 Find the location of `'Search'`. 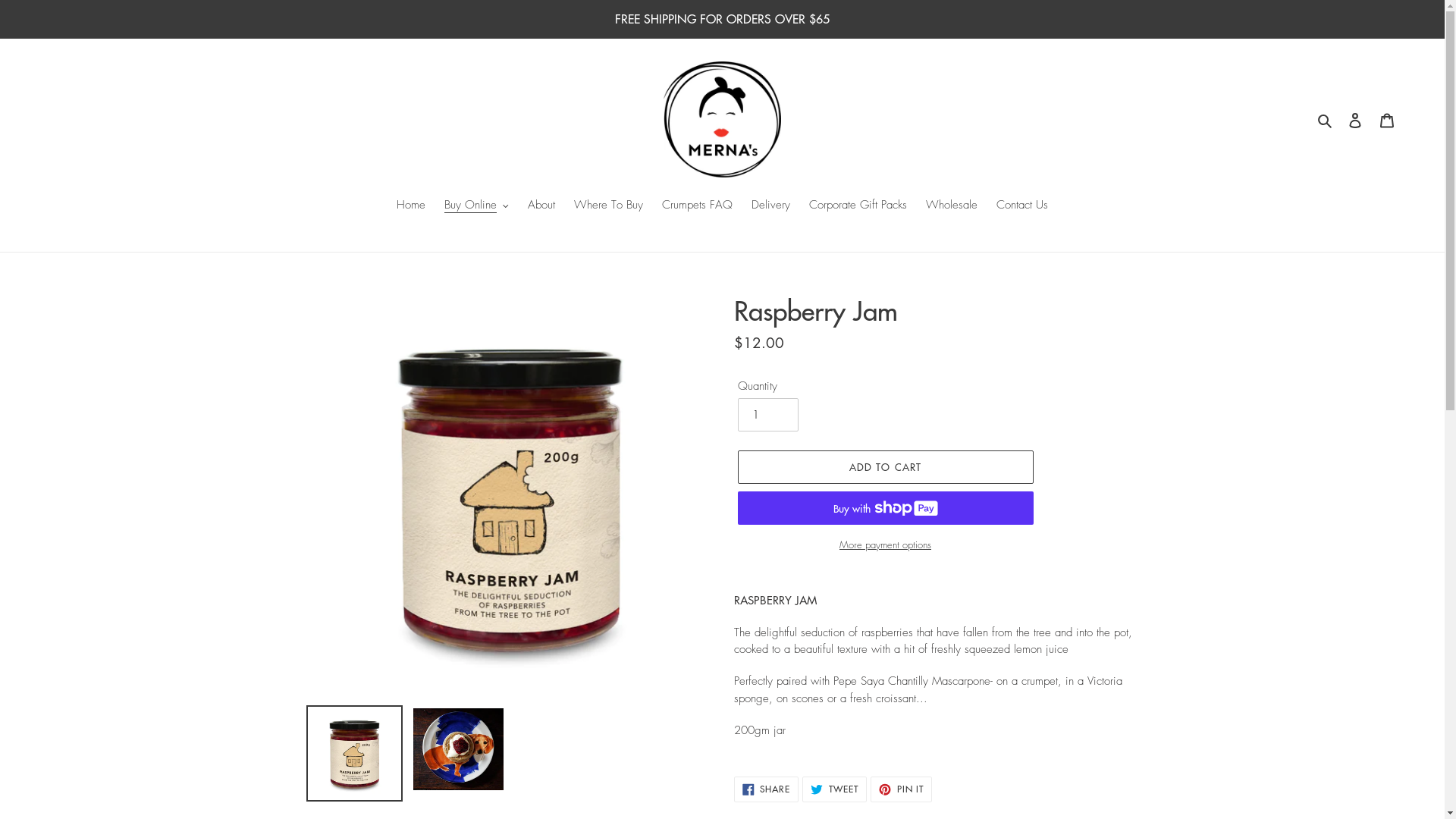

'Search' is located at coordinates (1325, 118).